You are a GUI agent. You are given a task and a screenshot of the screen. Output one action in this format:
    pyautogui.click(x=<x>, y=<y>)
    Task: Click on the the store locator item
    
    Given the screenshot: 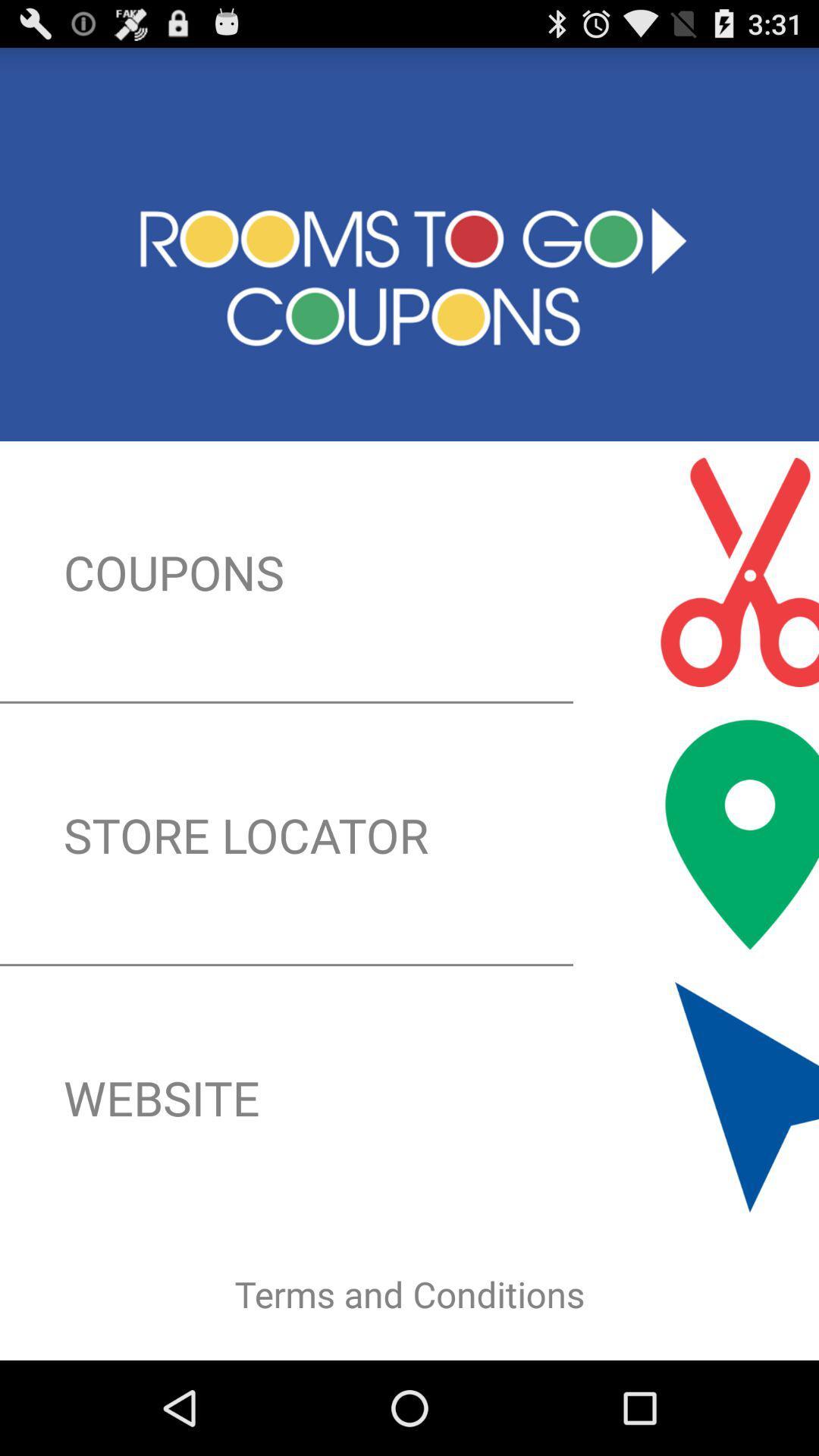 What is the action you would take?
    pyautogui.click(x=409, y=833)
    